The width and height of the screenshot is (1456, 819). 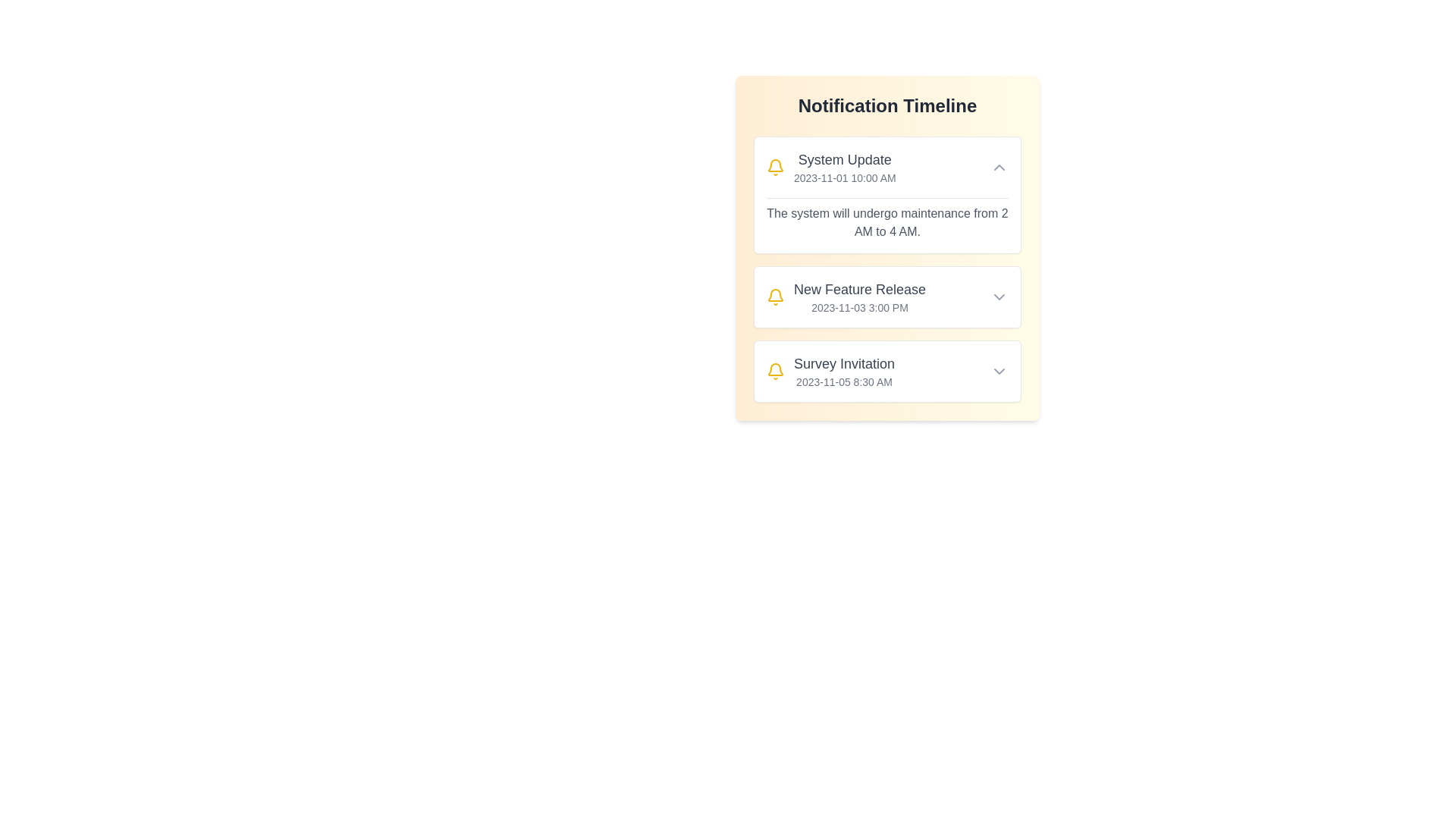 What do you see at coordinates (887, 371) in the screenshot?
I see `the notification entry labeled 'Survey Invitation'` at bounding box center [887, 371].